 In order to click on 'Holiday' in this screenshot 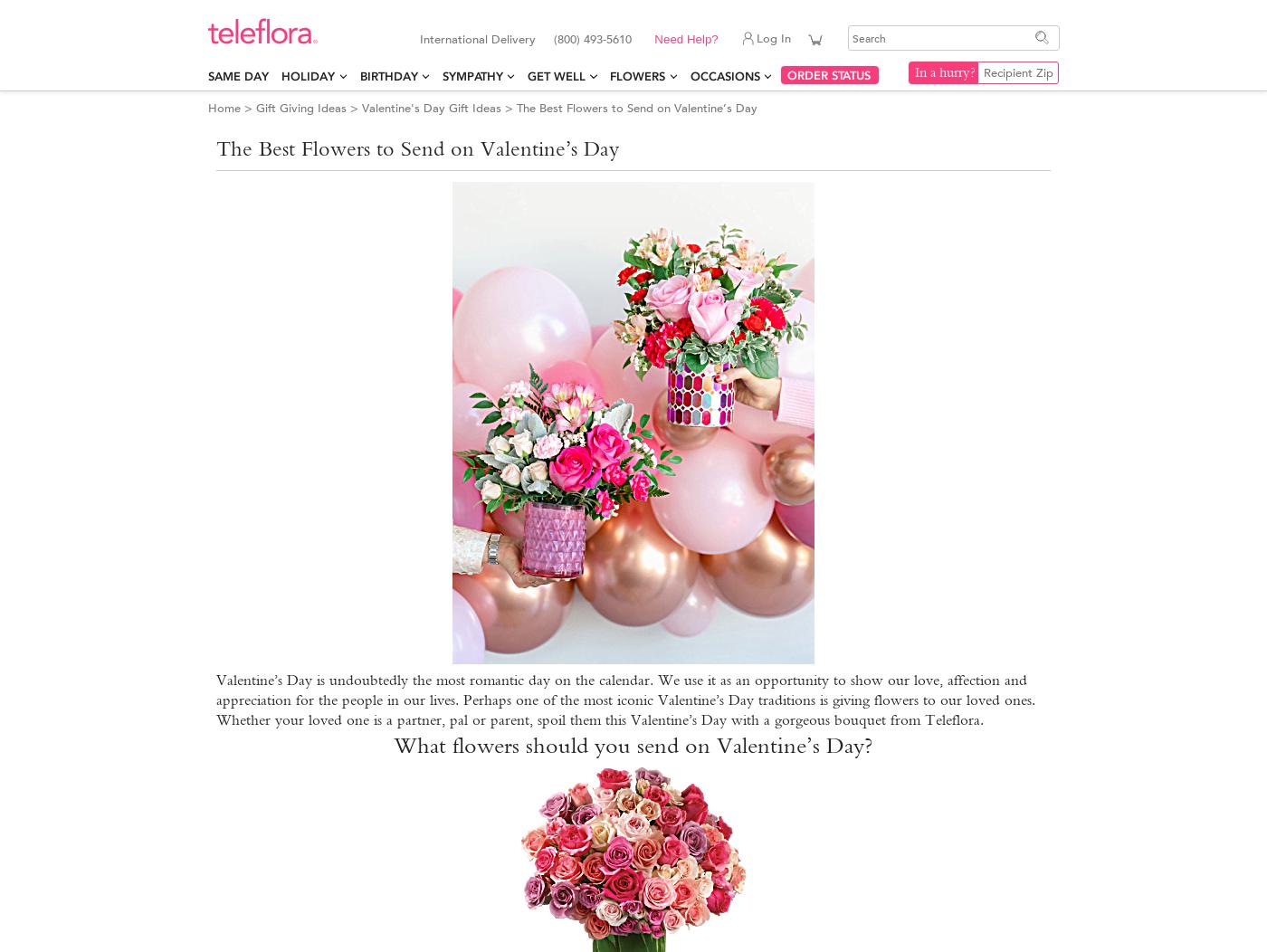, I will do `click(281, 75)`.